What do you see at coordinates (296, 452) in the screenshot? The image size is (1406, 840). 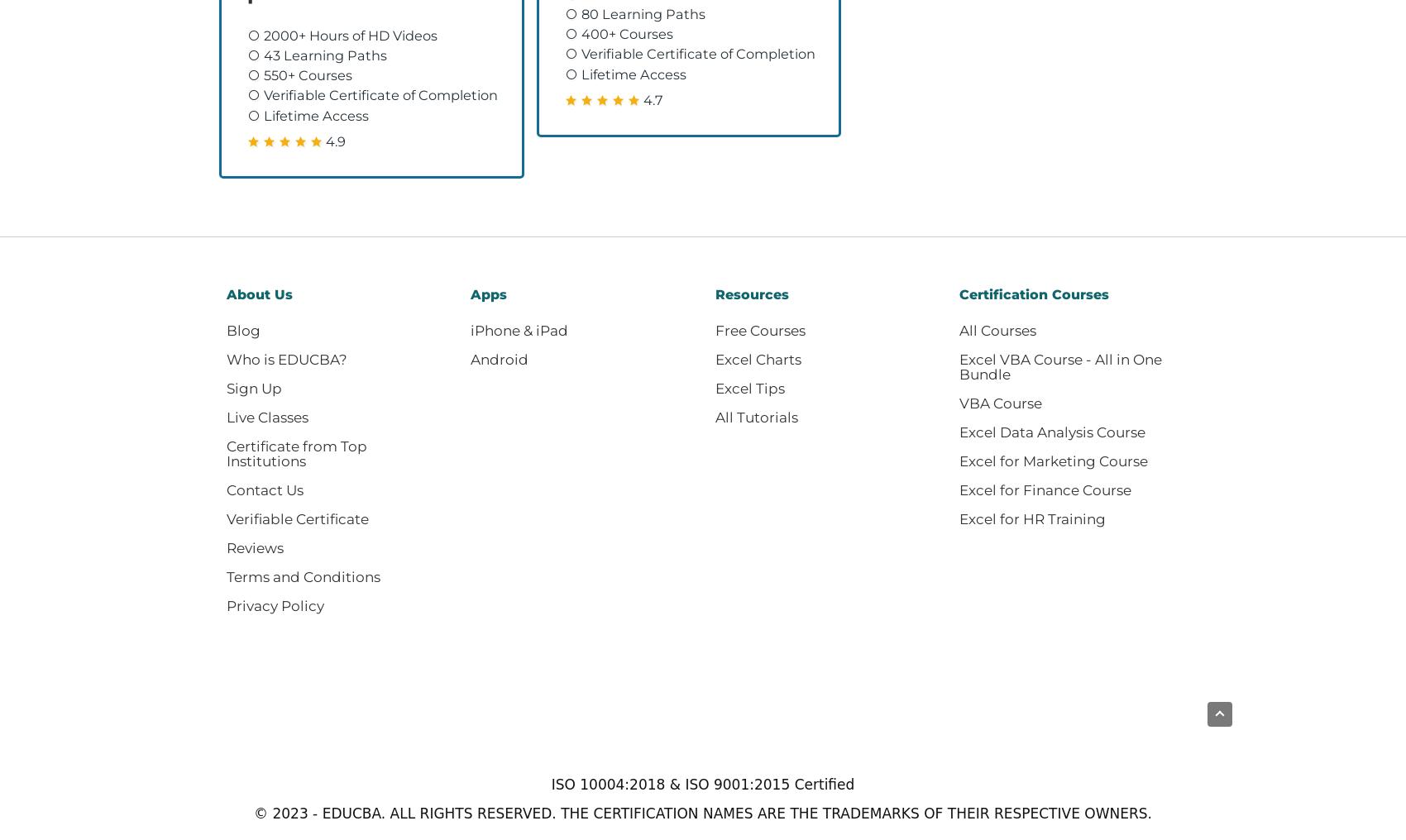 I see `'Certificate from Top Institutions'` at bounding box center [296, 452].